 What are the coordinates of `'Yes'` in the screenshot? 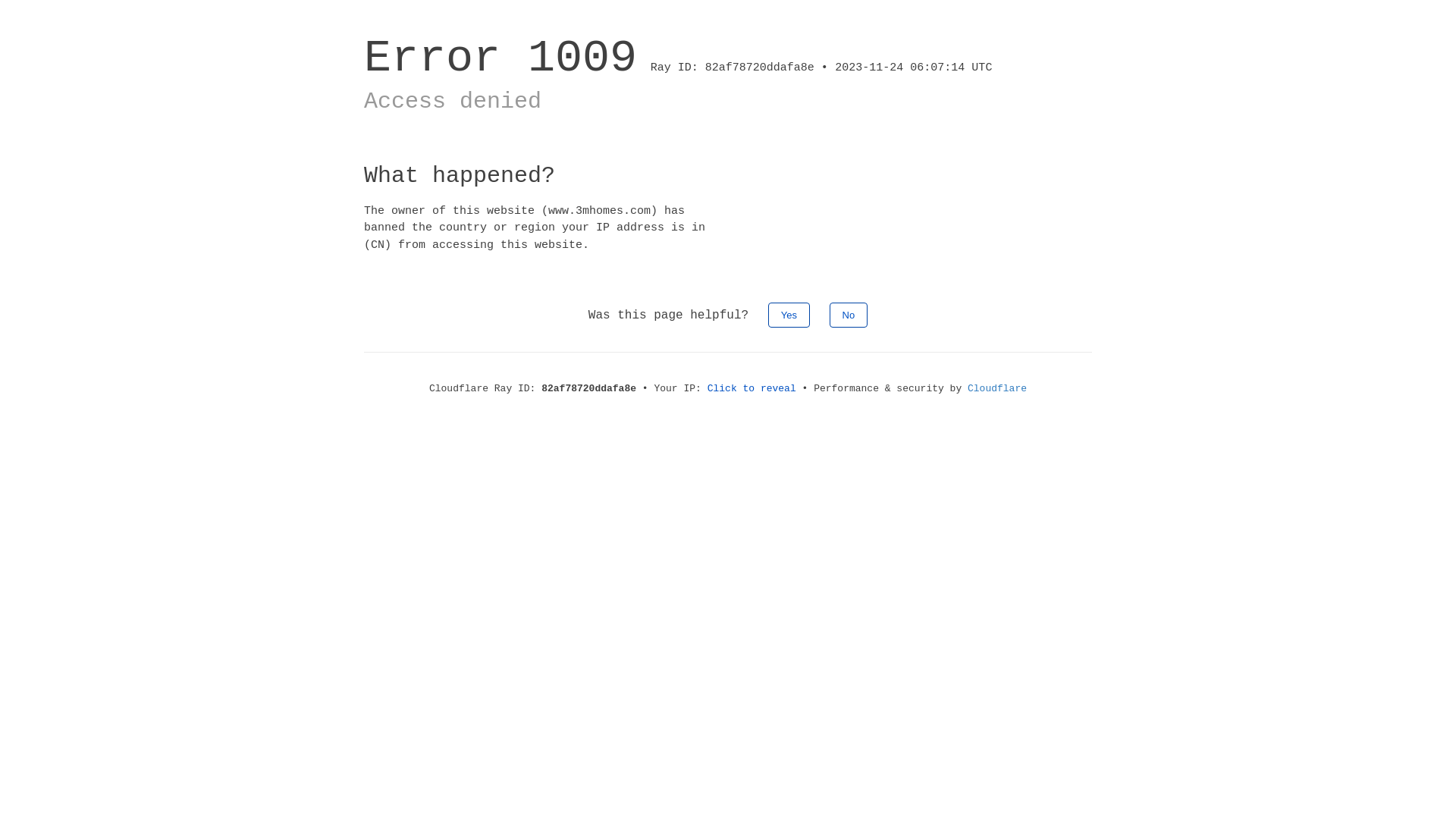 It's located at (789, 314).